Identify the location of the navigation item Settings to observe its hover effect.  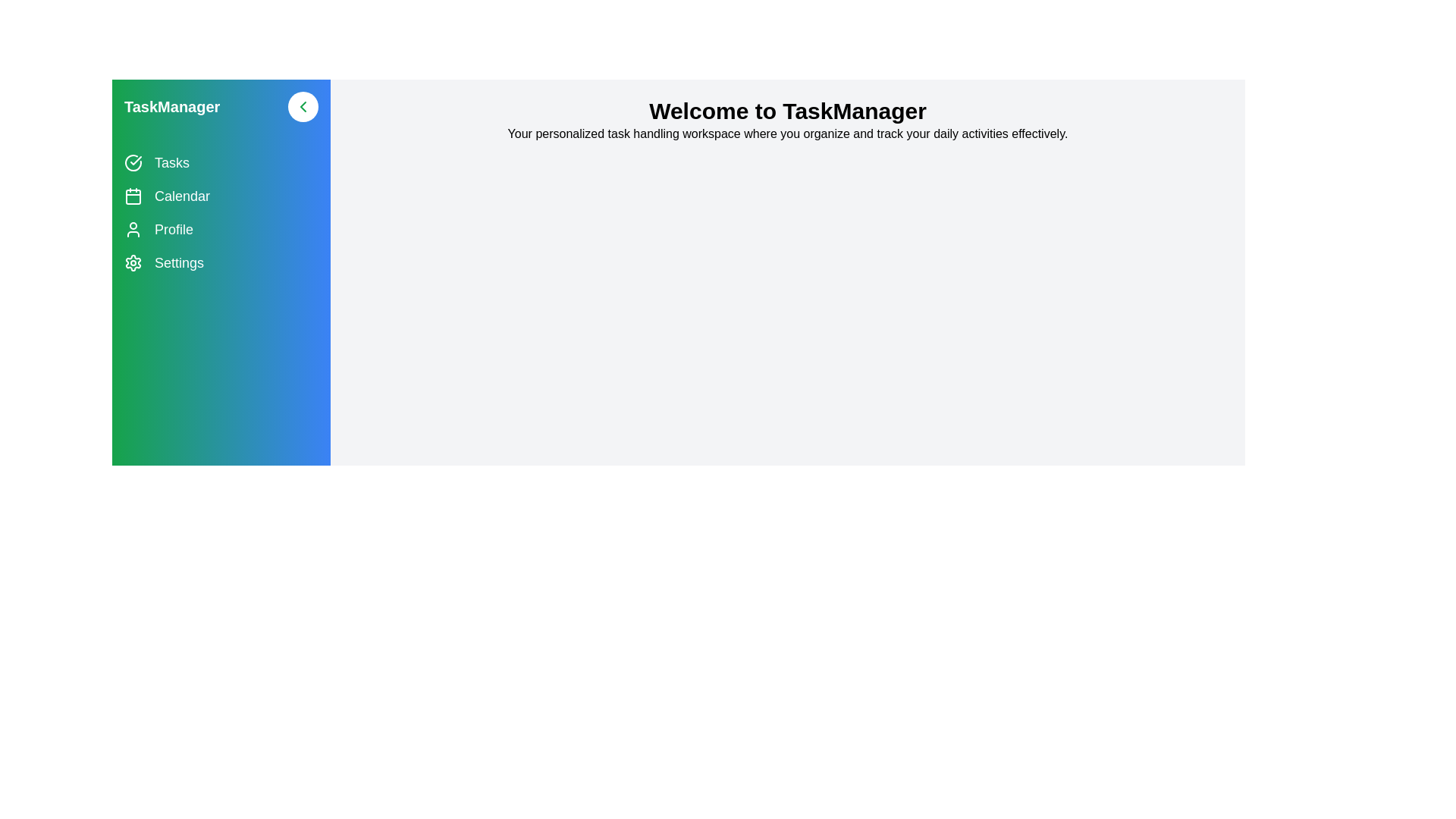
(221, 262).